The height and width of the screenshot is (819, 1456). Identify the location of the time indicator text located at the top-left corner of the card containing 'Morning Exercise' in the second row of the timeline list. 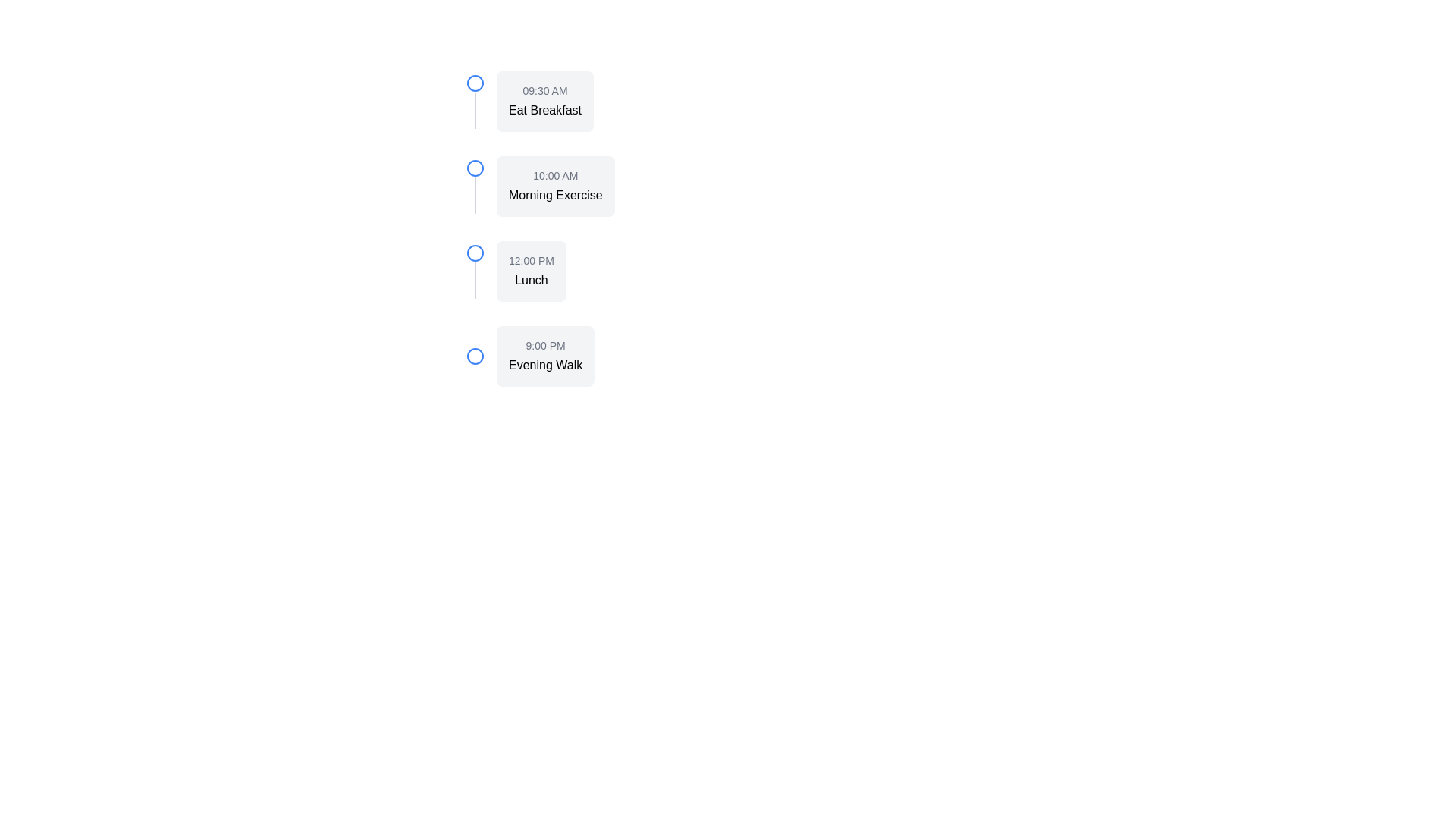
(554, 174).